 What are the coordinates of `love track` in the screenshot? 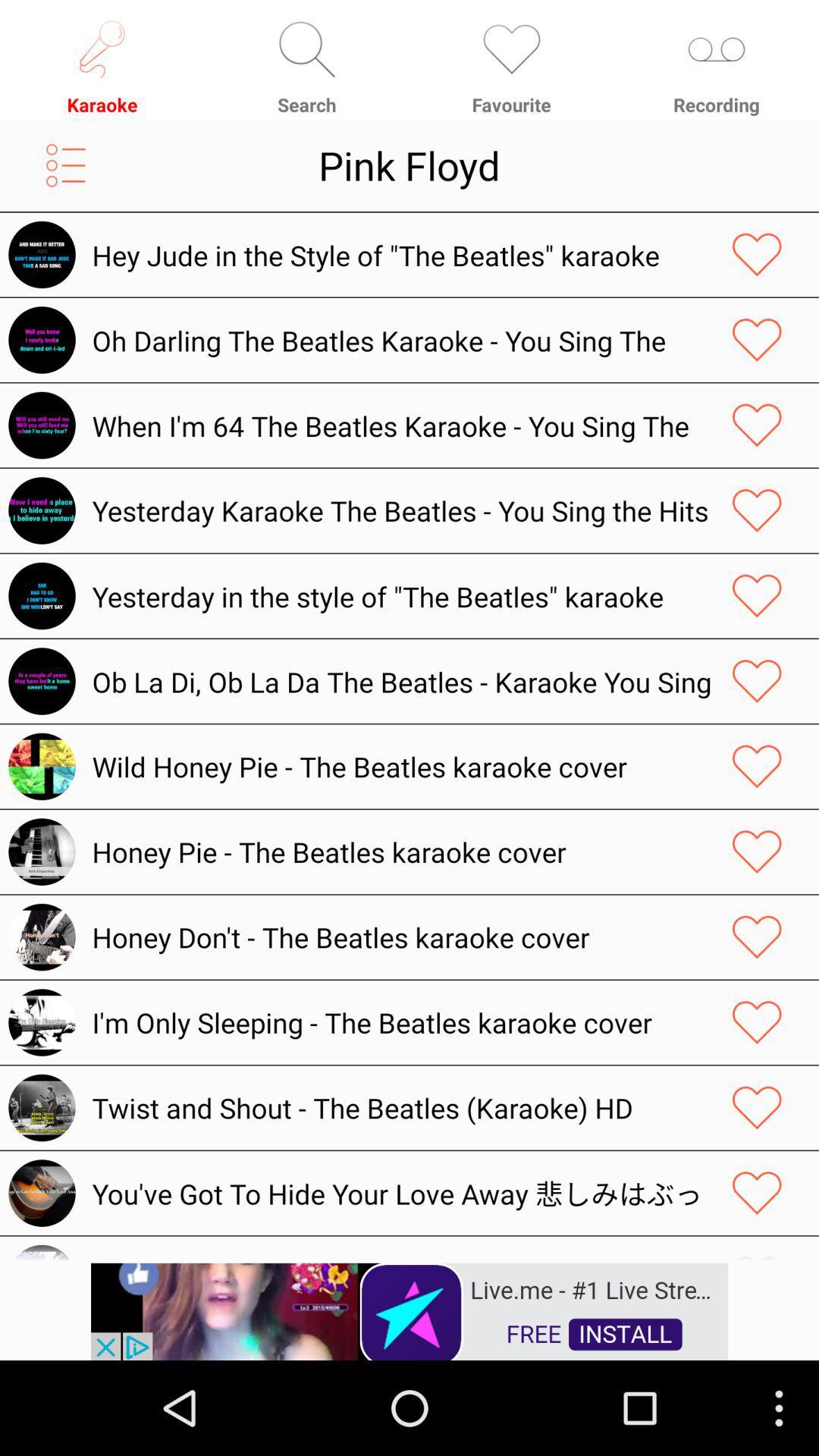 It's located at (757, 1192).